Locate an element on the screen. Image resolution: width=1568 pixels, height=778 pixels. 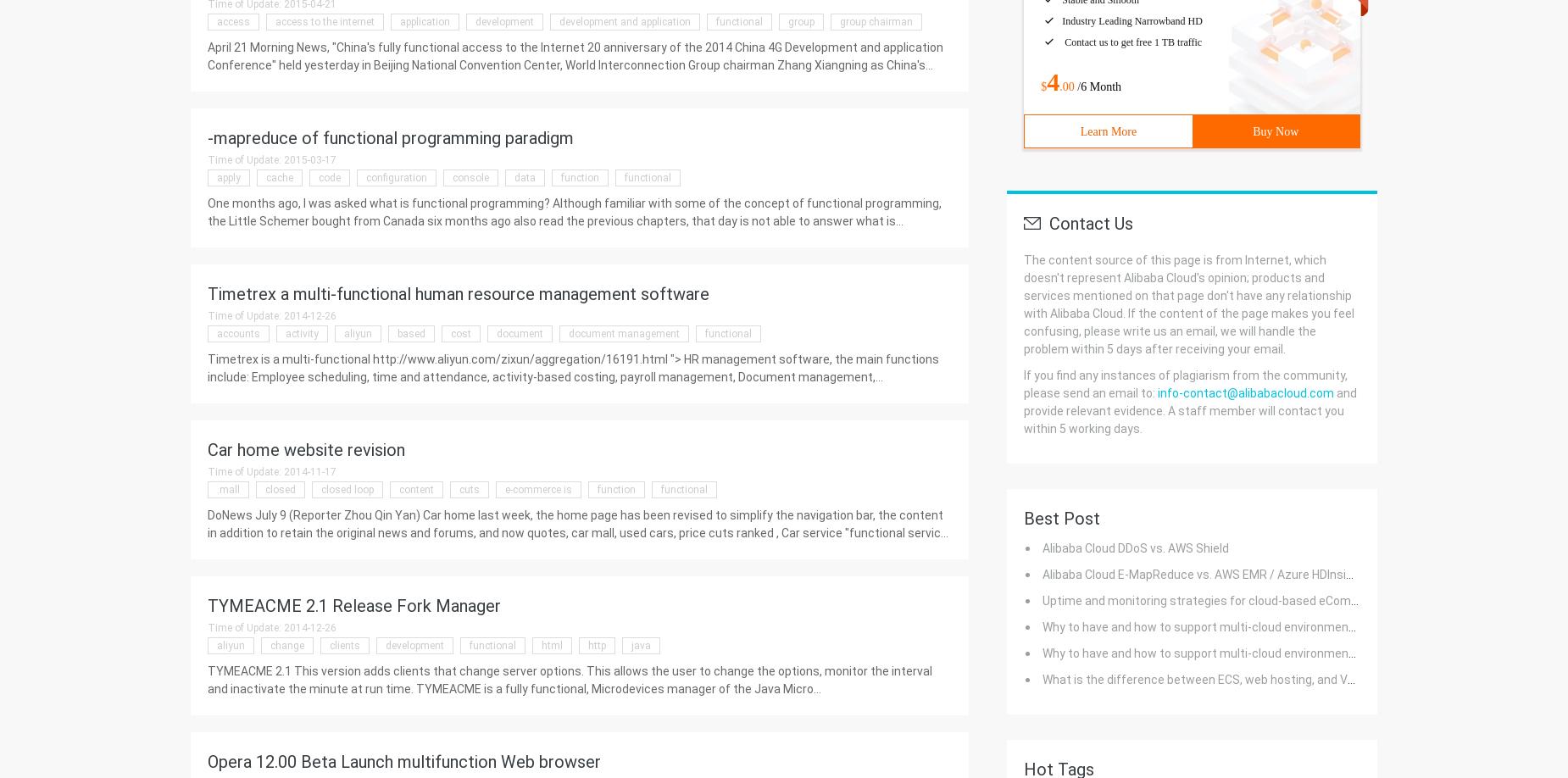
'group' is located at coordinates (787, 21).